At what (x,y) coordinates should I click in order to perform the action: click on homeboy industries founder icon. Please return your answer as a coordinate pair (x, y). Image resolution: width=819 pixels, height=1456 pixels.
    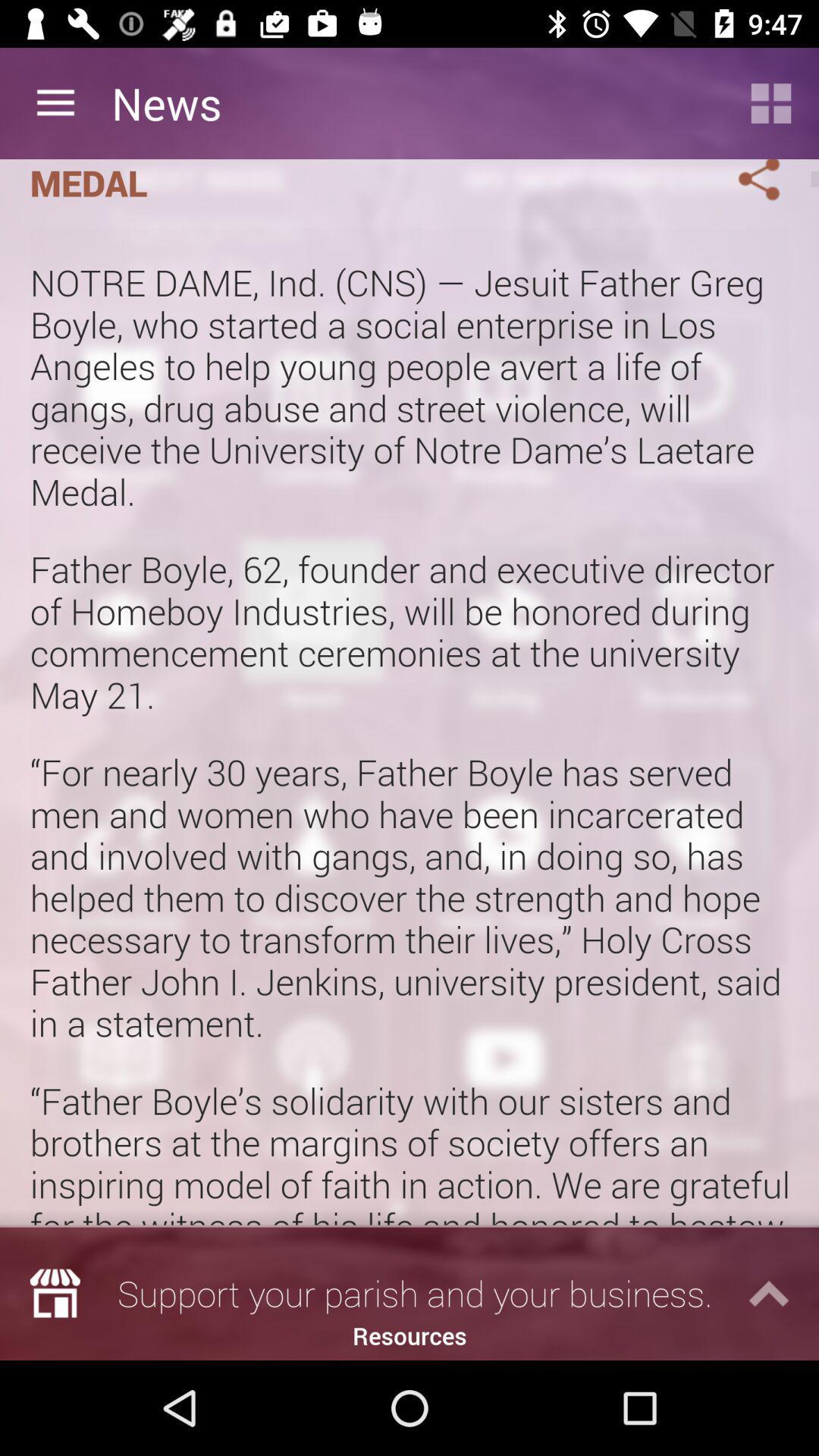
    Looking at the image, I should click on (362, 183).